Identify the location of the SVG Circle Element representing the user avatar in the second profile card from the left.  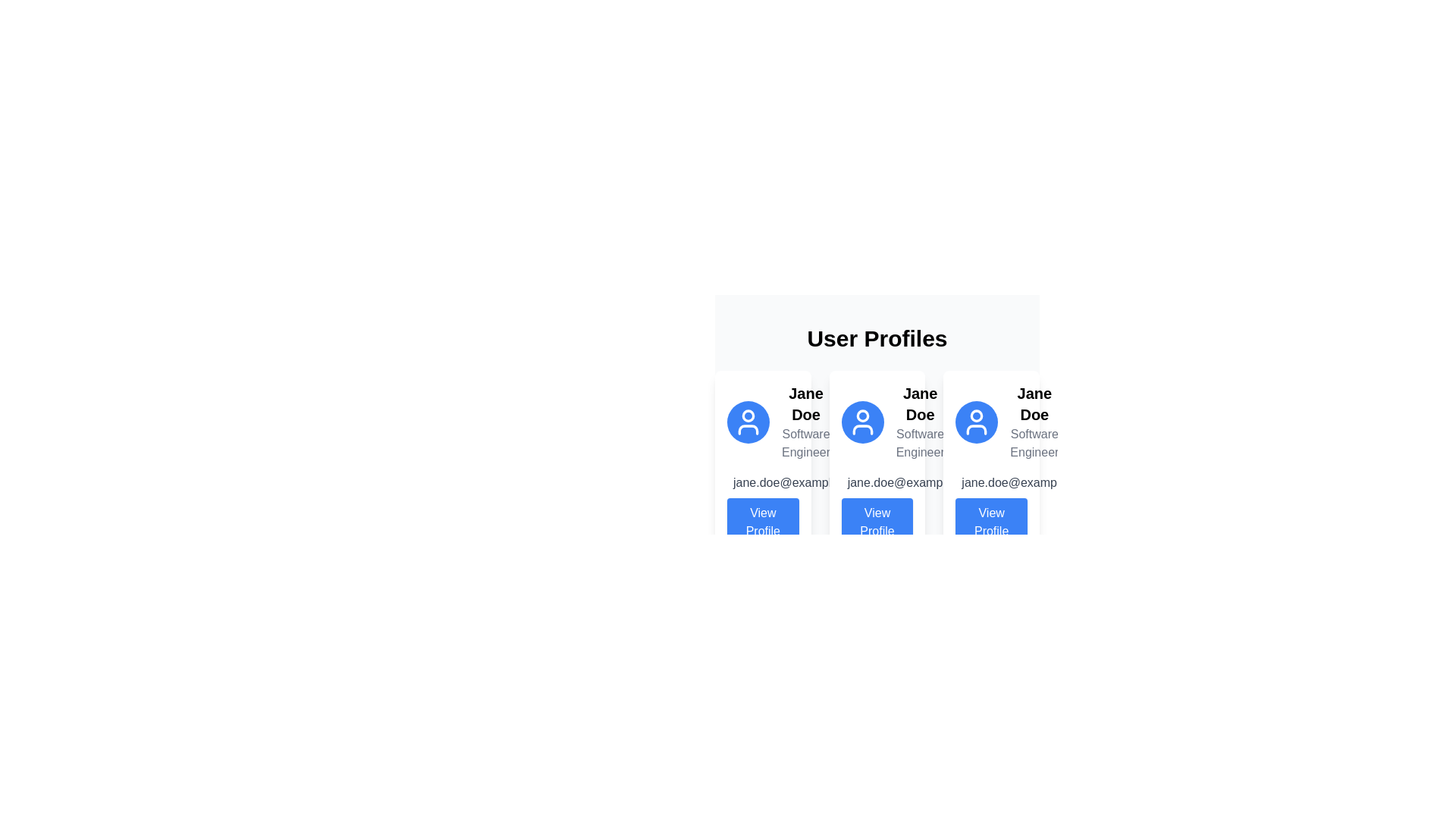
(862, 416).